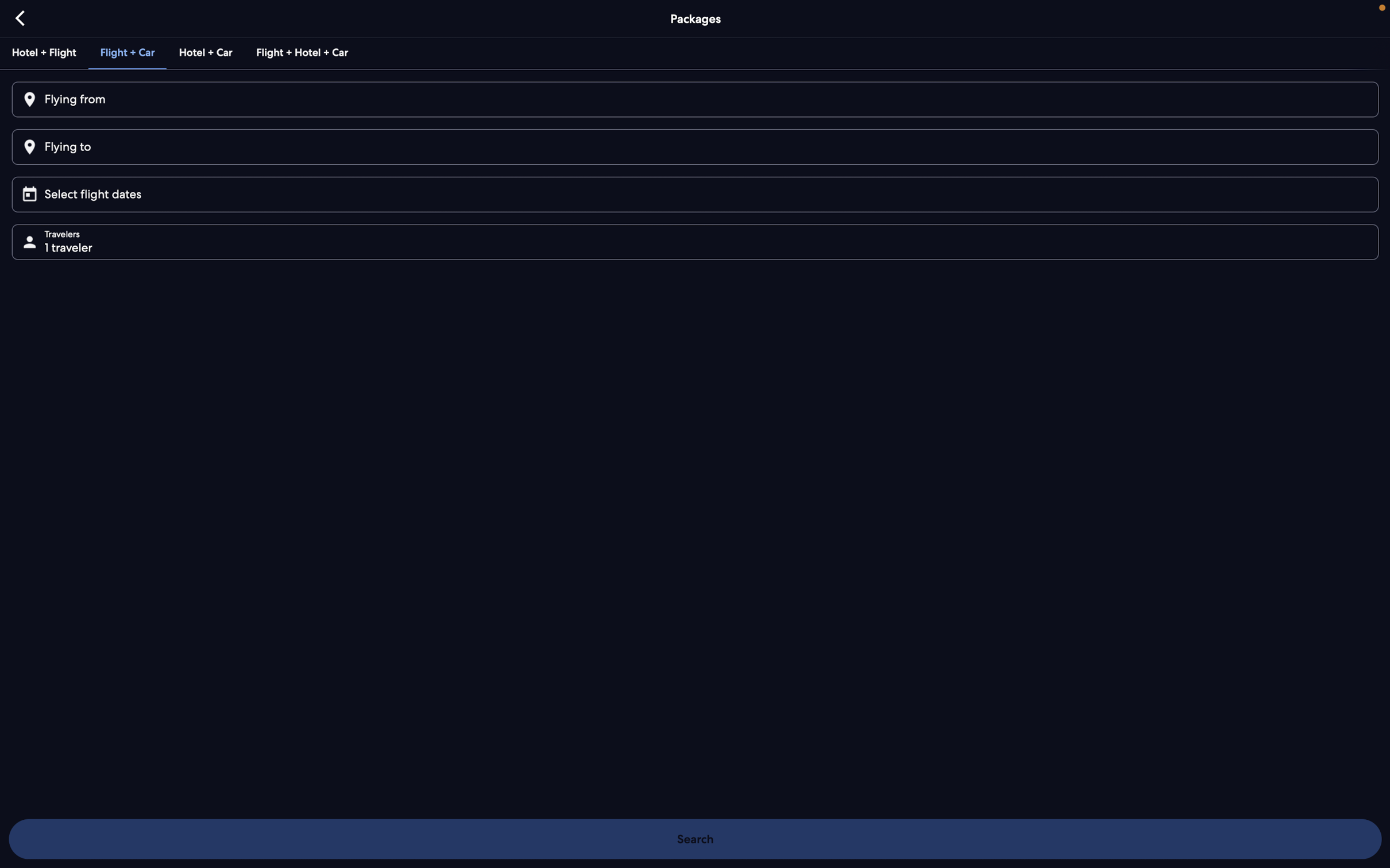 Image resolution: width=1390 pixels, height=868 pixels. I want to click on the "travellers" button to modify number of passengers, so click(699, 241).